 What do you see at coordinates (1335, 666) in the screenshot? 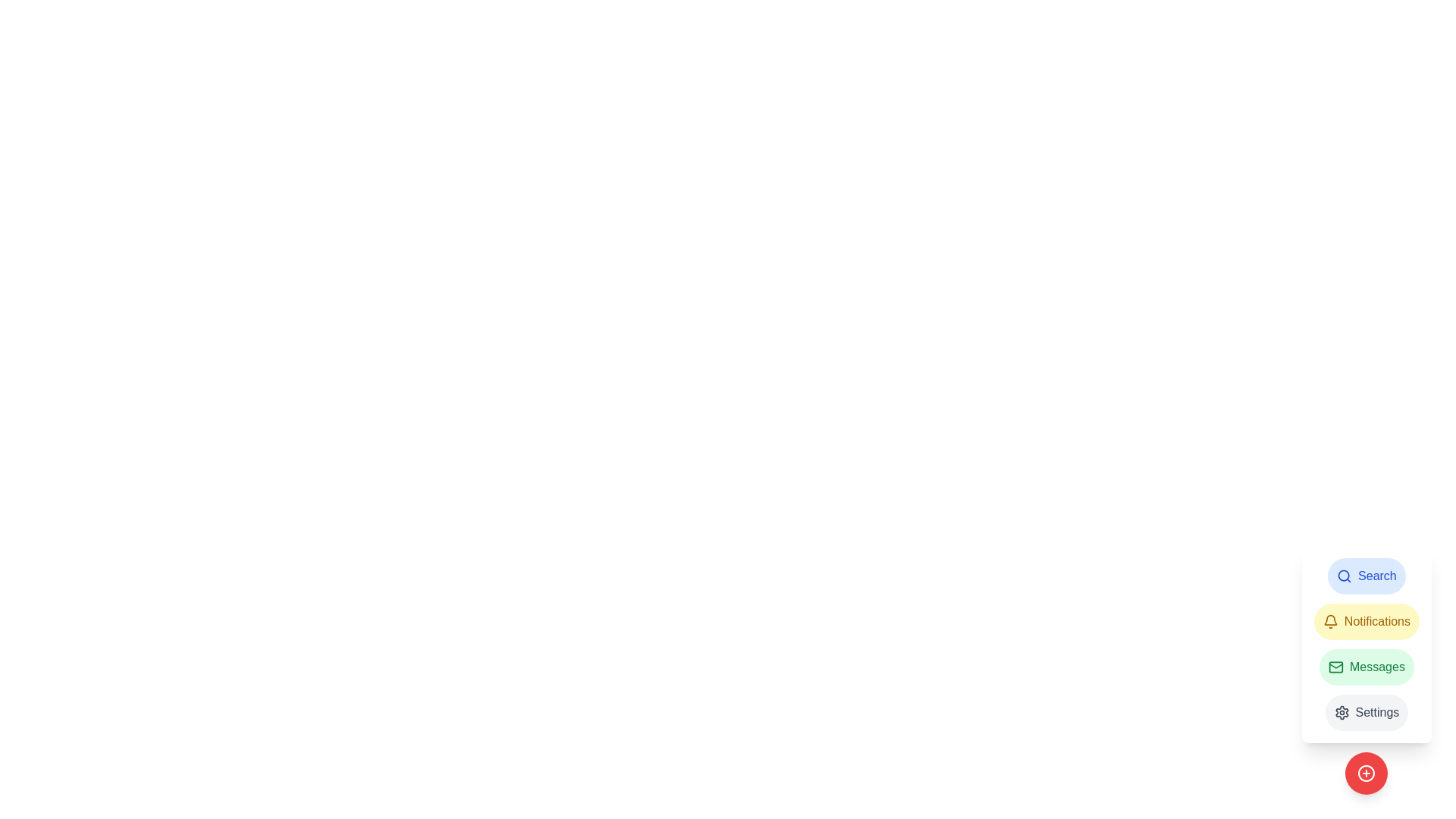
I see `the 'Messages' icon, which is the first icon from the left in the vertical navigation menu on the right side of the interface` at bounding box center [1335, 666].